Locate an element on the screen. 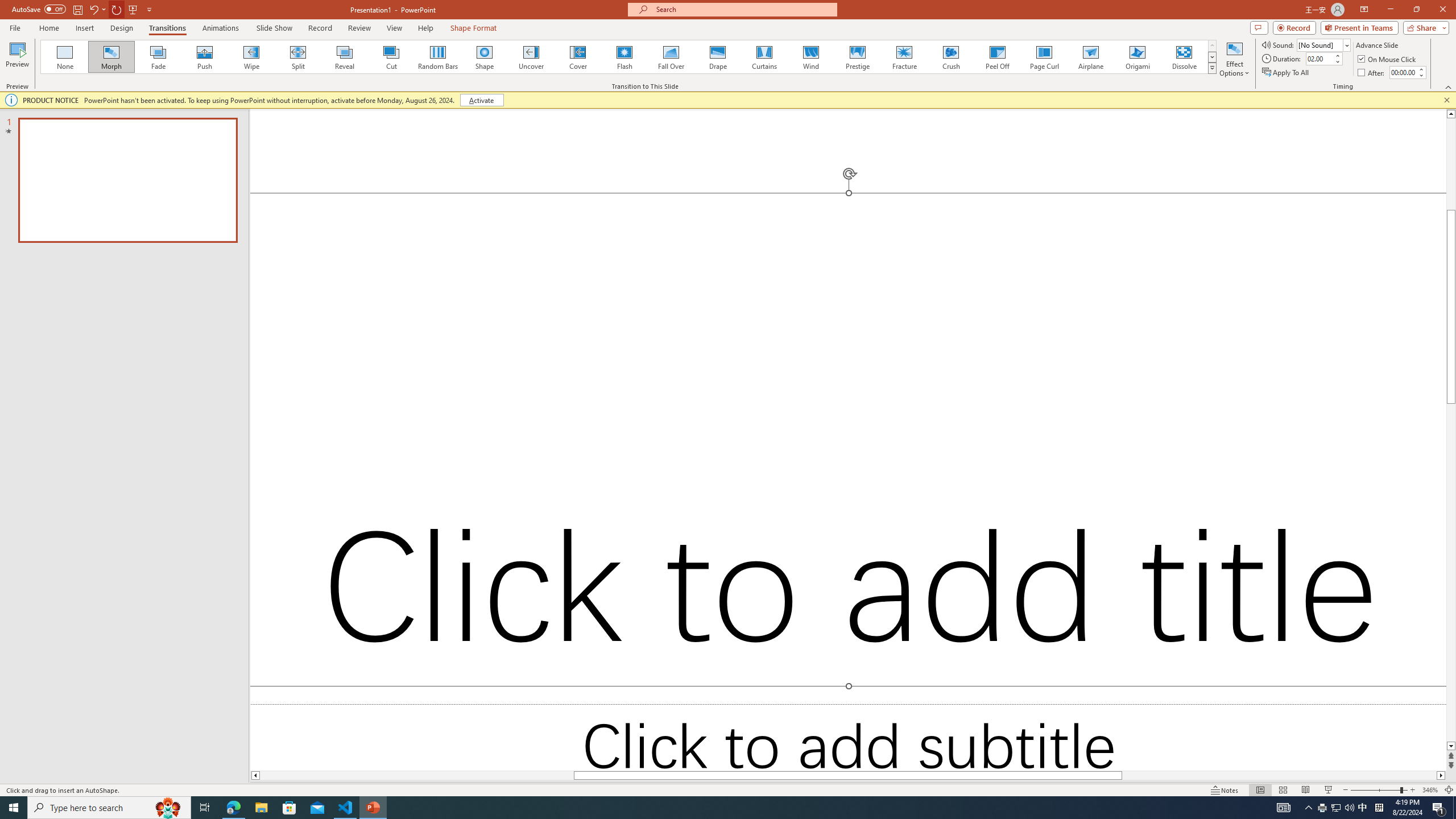 The image size is (1456, 819). 'Origami' is located at coordinates (1136, 56).